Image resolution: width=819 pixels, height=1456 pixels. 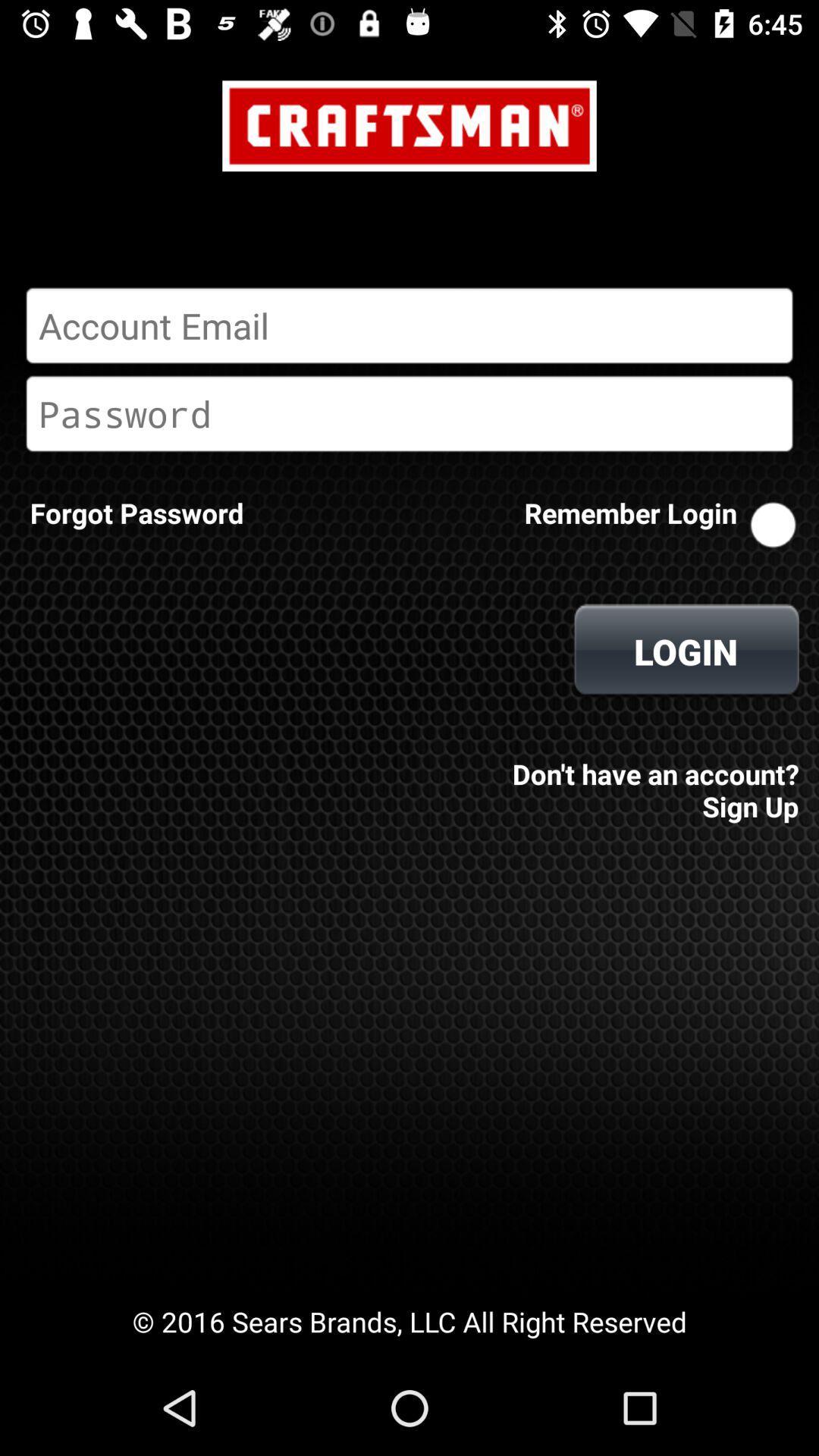 I want to click on type password, so click(x=409, y=413).